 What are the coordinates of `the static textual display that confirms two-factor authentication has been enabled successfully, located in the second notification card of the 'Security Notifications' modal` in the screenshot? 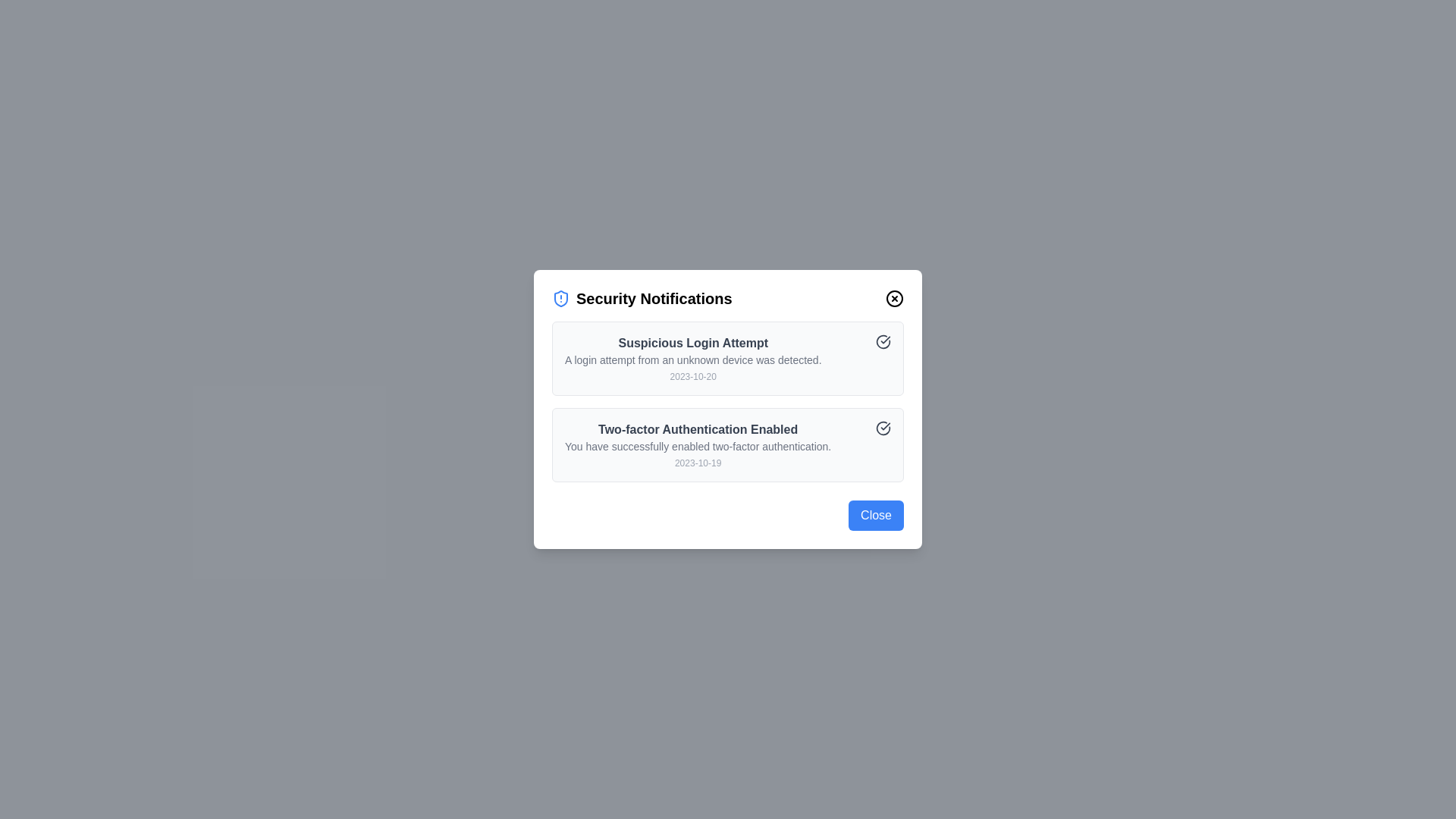 It's located at (697, 444).